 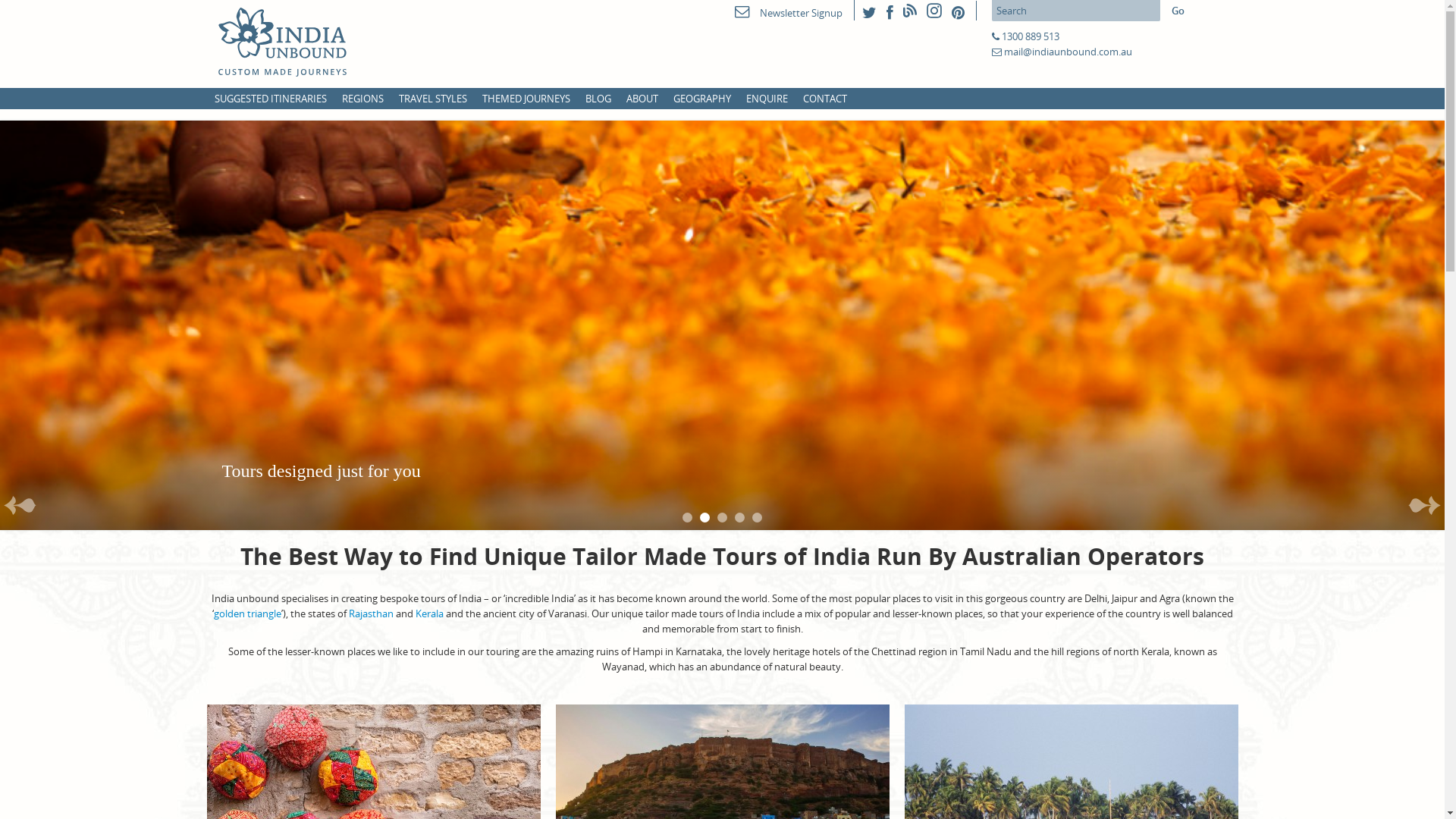 What do you see at coordinates (269, 99) in the screenshot?
I see `'SUGGESTED ITINERARIES'` at bounding box center [269, 99].